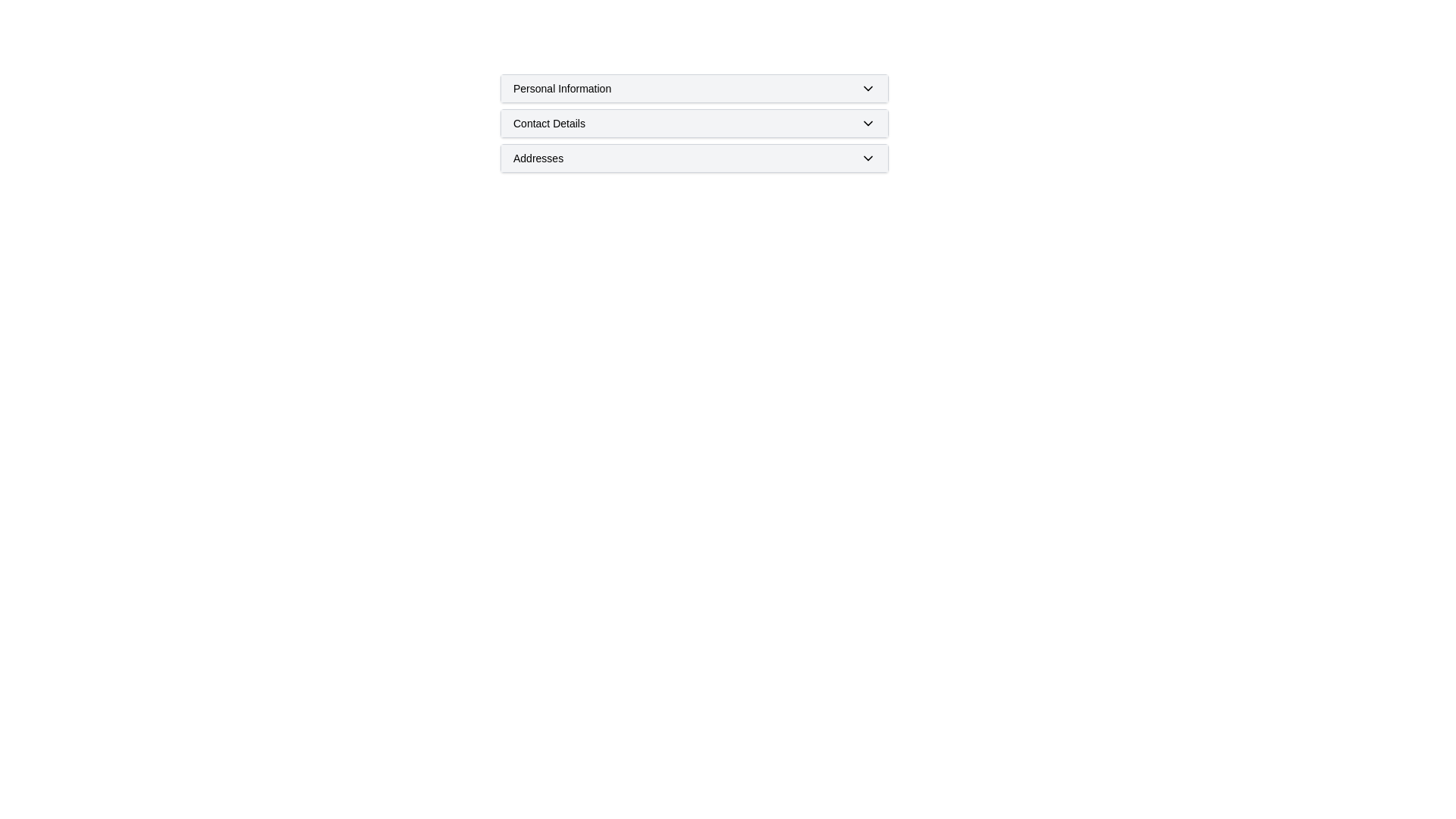  What do you see at coordinates (868, 88) in the screenshot?
I see `the expand/collapse icon located on the far right of the 'Personal Information' section header` at bounding box center [868, 88].